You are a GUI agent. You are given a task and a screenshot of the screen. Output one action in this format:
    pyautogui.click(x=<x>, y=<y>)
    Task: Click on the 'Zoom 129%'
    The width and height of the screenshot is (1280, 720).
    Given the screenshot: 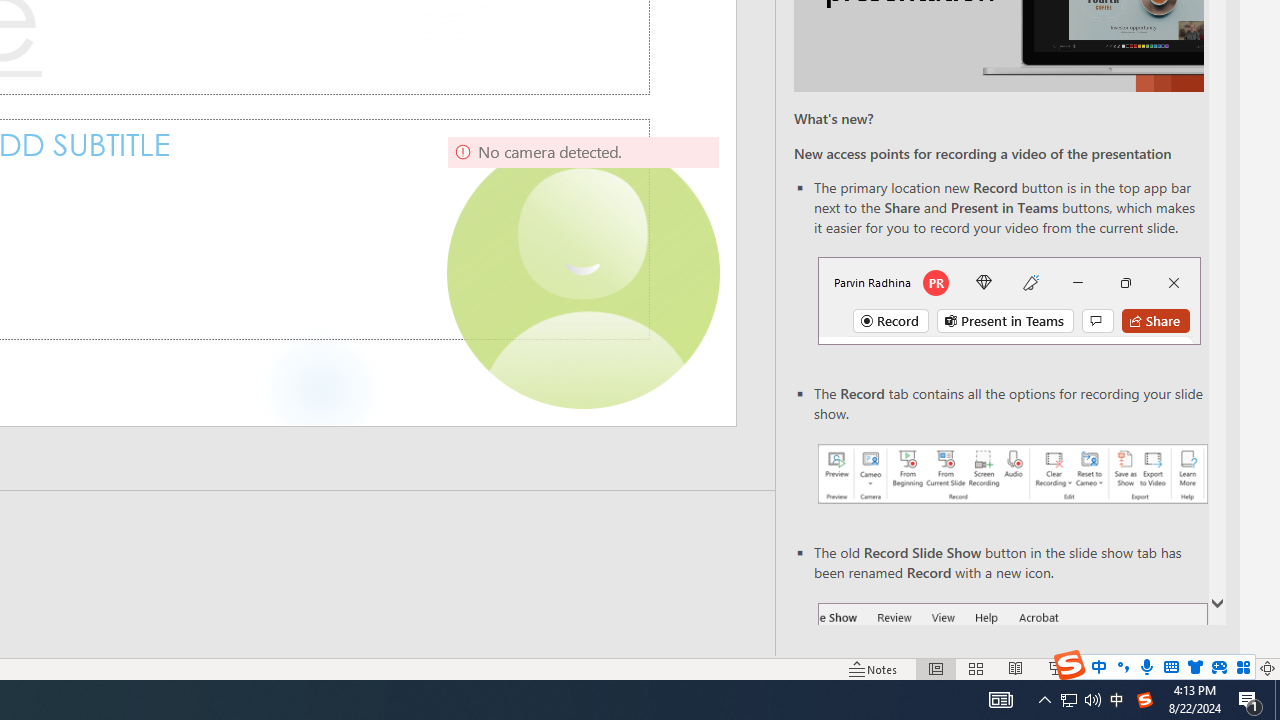 What is the action you would take?
    pyautogui.click(x=1233, y=669)
    